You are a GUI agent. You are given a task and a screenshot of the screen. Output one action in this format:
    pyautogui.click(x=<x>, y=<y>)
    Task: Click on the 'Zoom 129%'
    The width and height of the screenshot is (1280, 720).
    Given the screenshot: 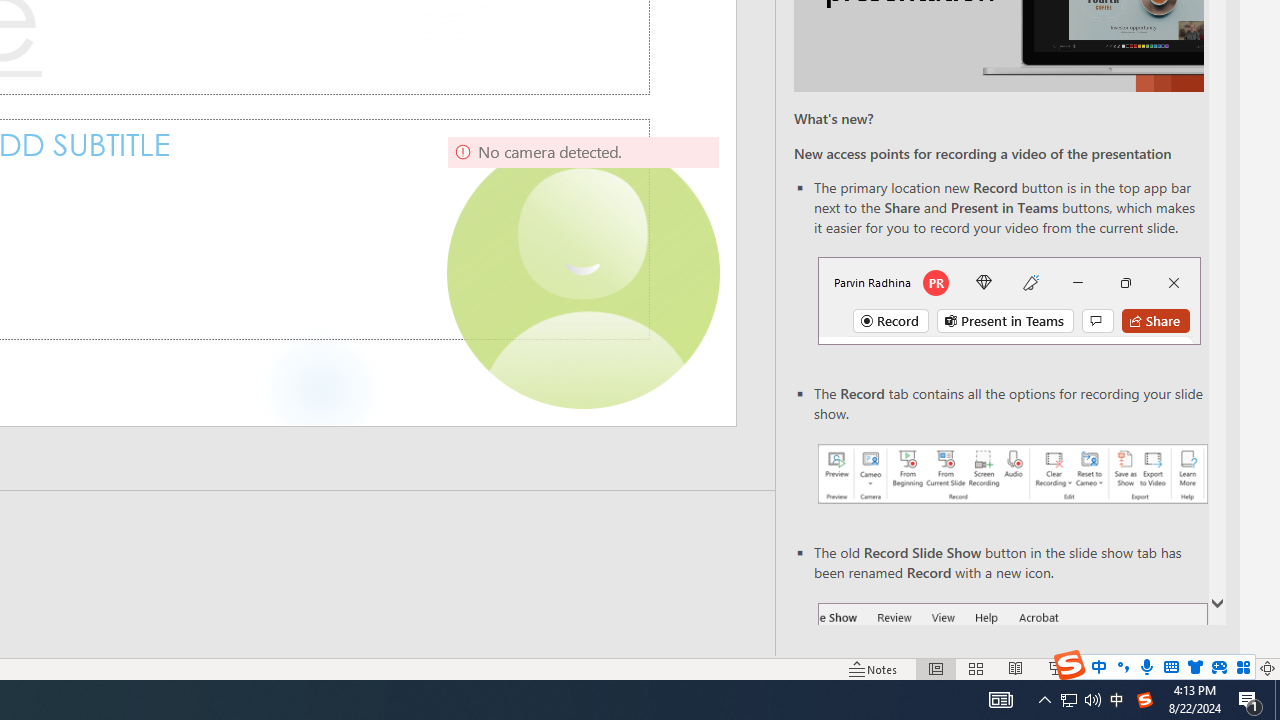 What is the action you would take?
    pyautogui.click(x=1233, y=669)
    